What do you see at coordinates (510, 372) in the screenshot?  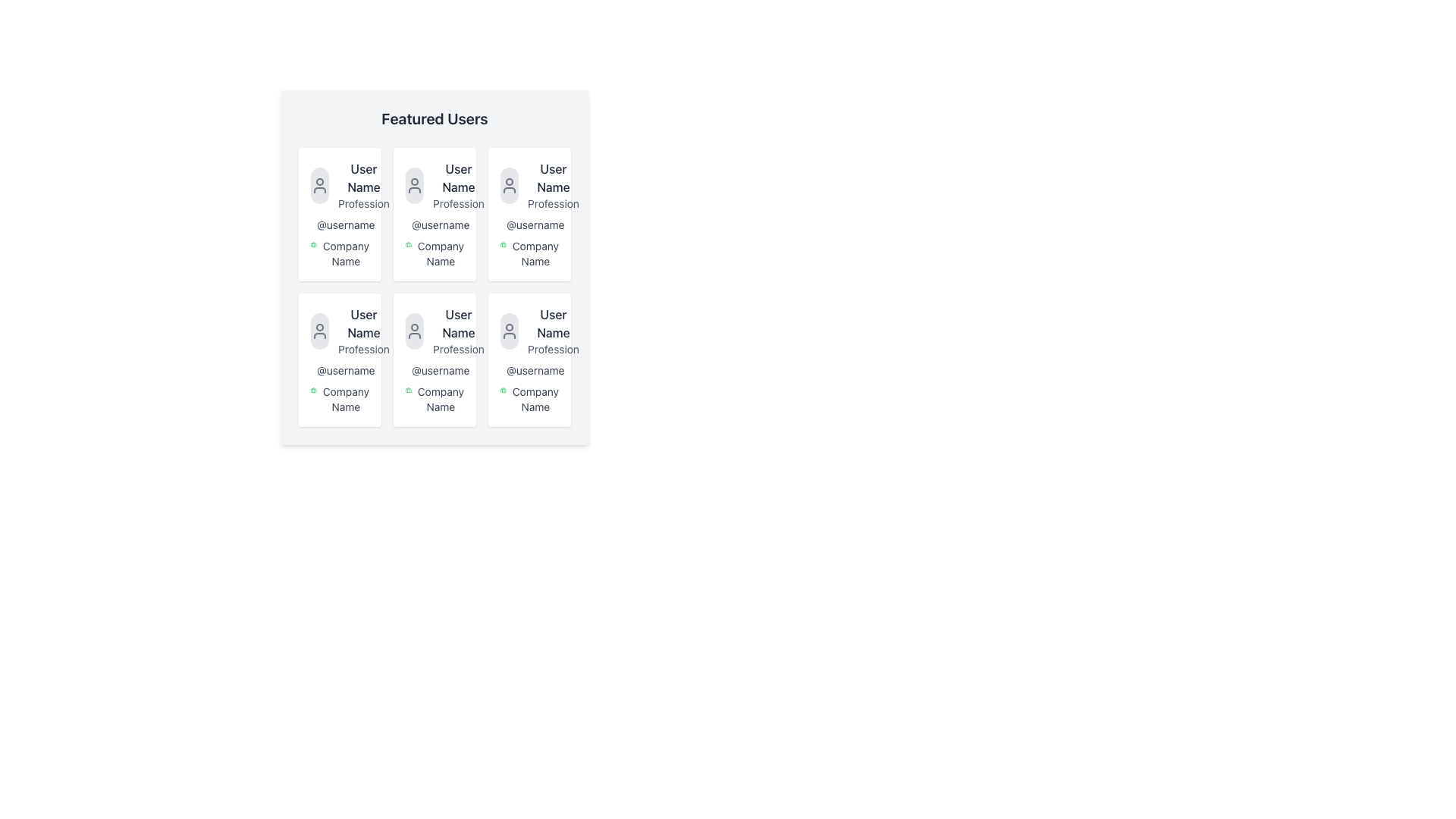 I see `the '@' icon located in the second column, third row card of the grid, positioned above the text '@username'` at bounding box center [510, 372].